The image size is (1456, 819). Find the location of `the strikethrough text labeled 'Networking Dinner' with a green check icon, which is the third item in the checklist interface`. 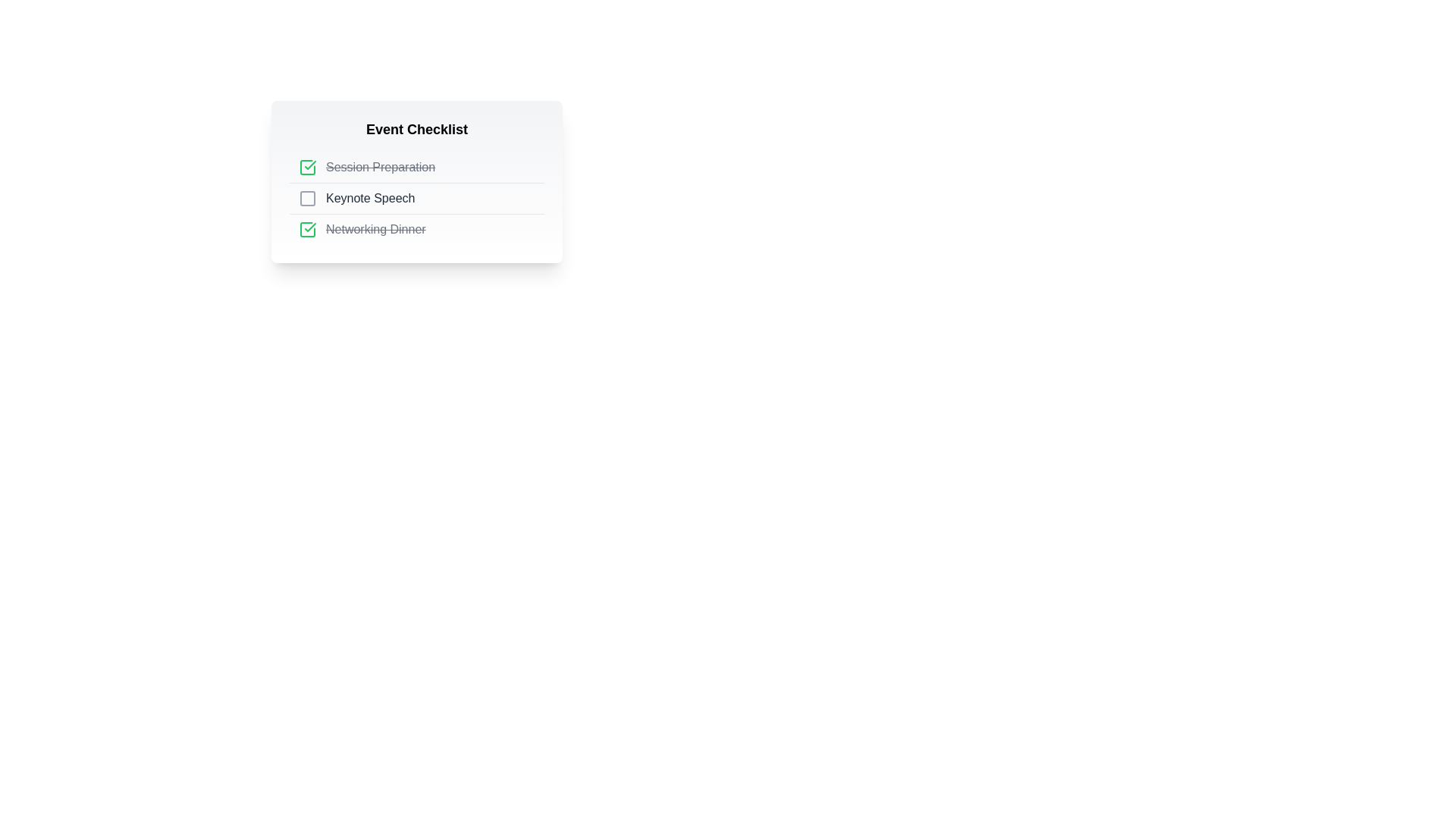

the strikethrough text labeled 'Networking Dinner' with a green check icon, which is the third item in the checklist interface is located at coordinates (417, 229).